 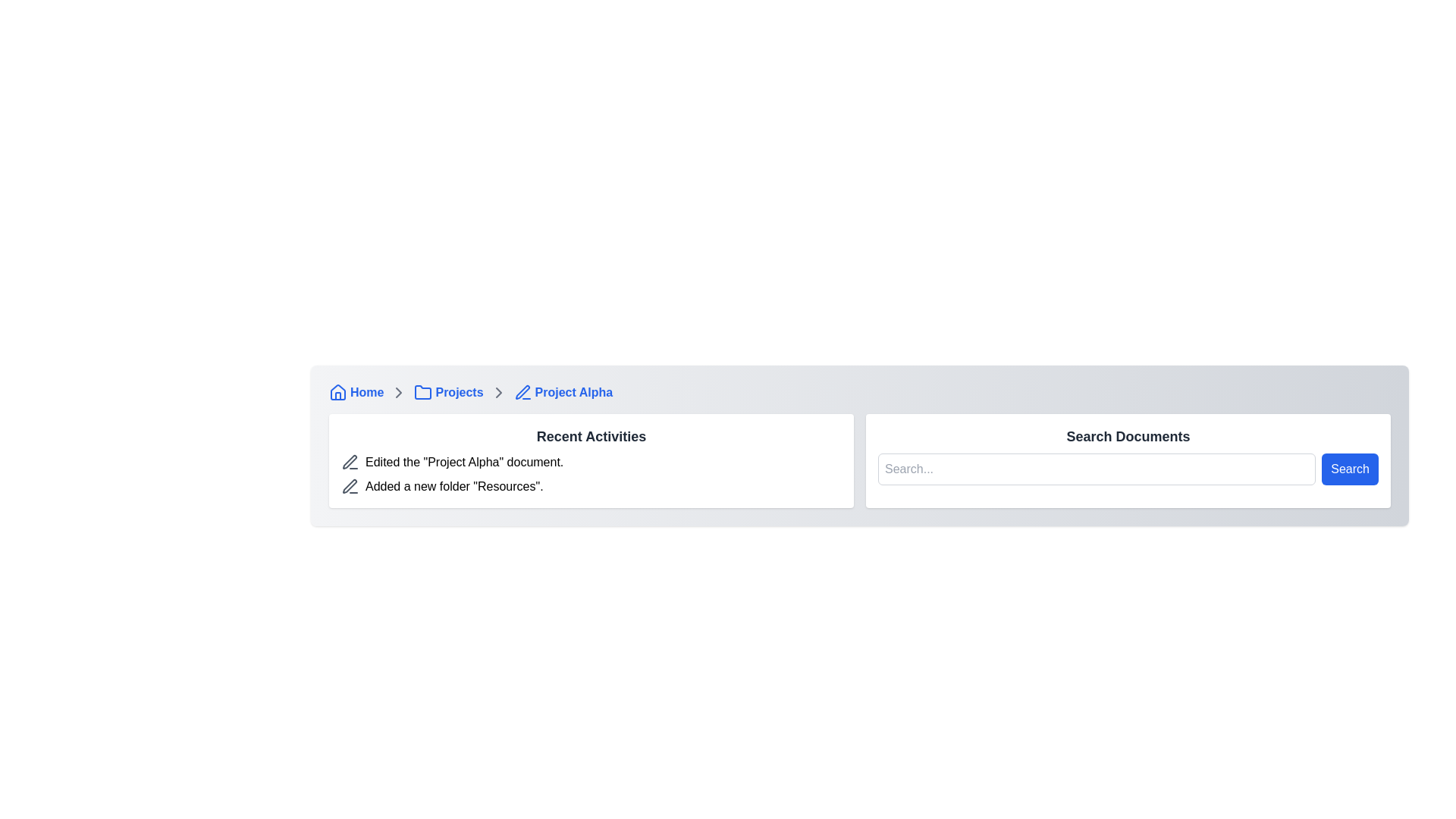 What do you see at coordinates (367, 391) in the screenshot?
I see `the bold blue text label 'Home' located in the navigation bar` at bounding box center [367, 391].